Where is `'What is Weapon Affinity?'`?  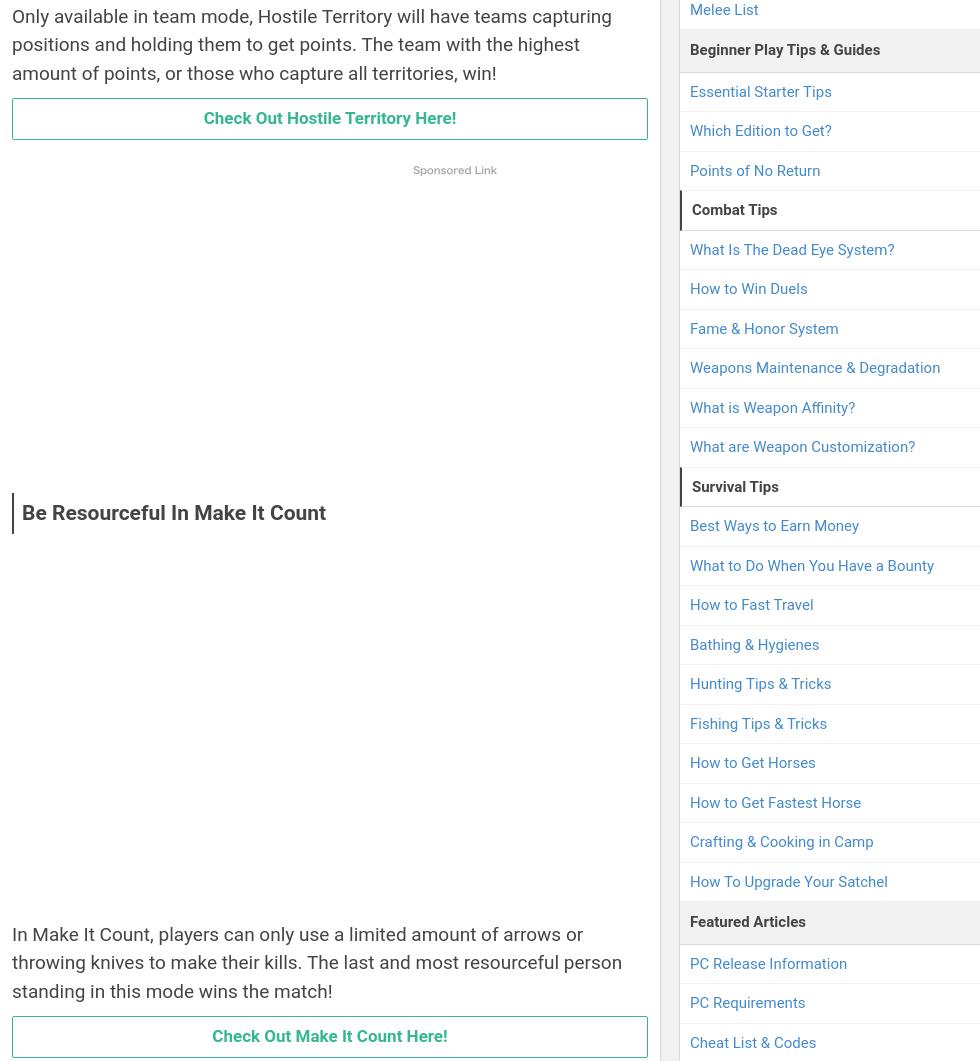
'What is Weapon Affinity?' is located at coordinates (690, 406).